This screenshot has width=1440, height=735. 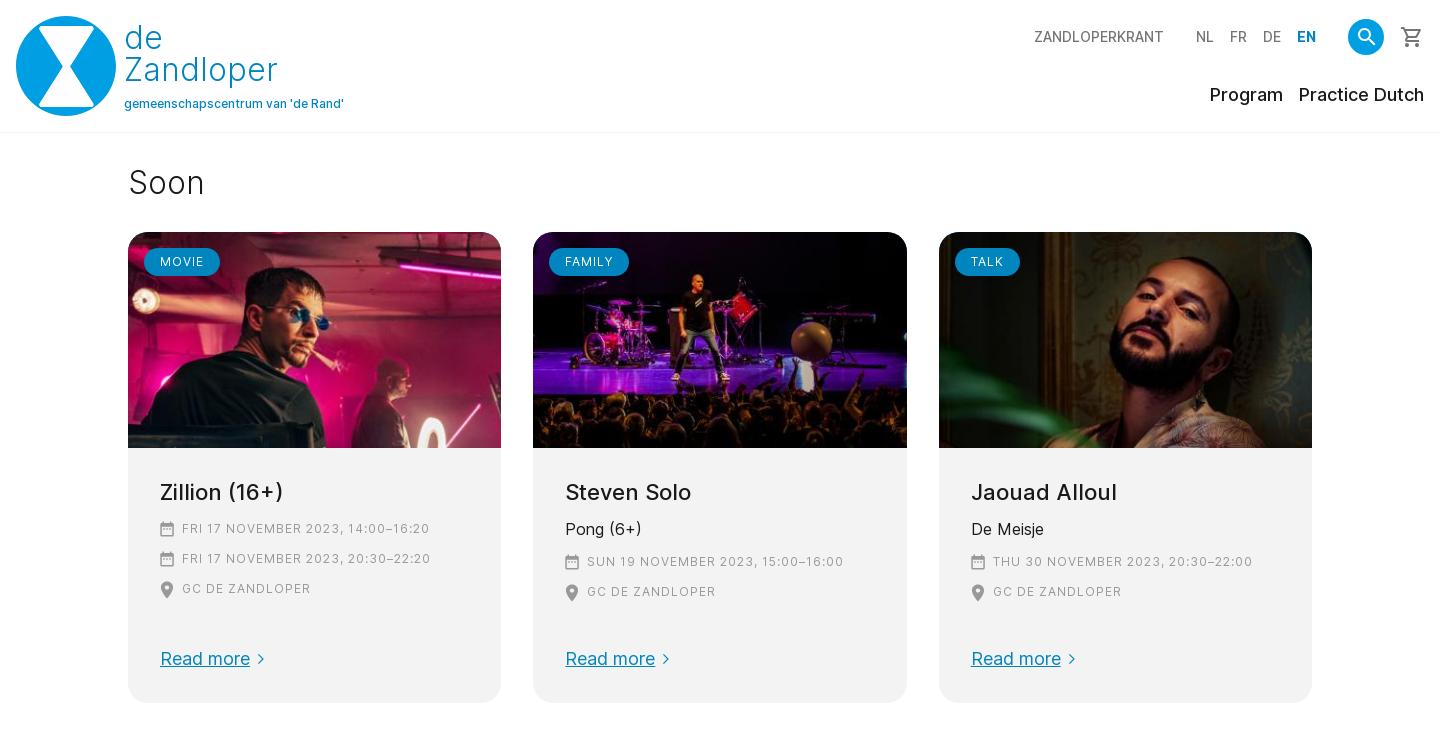 I want to click on 'Fri 17 November 2023, 14:00–16:20', so click(x=306, y=526).